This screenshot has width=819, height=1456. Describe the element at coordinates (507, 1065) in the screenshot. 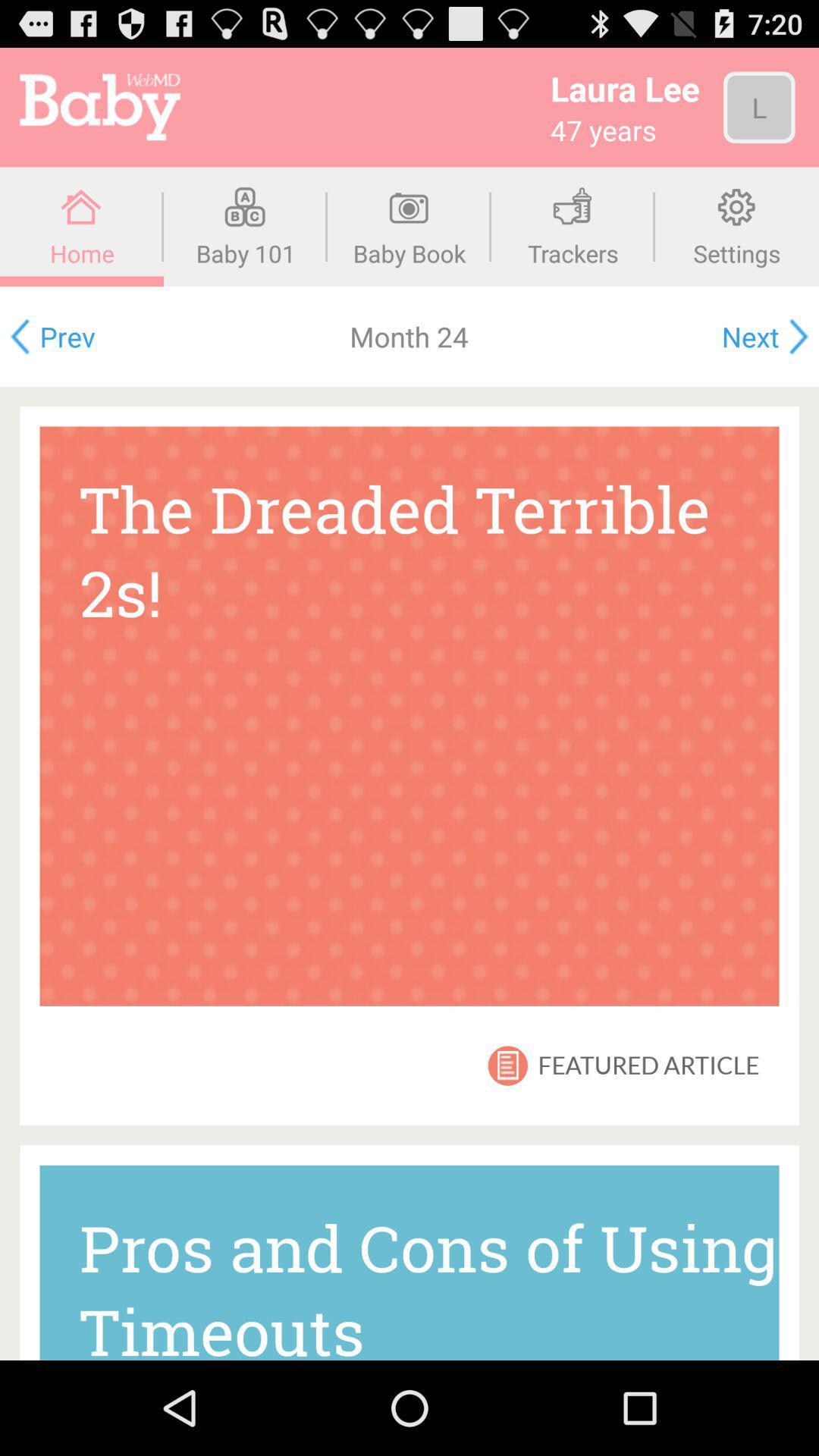

I see `icon above pros and cons item` at that location.